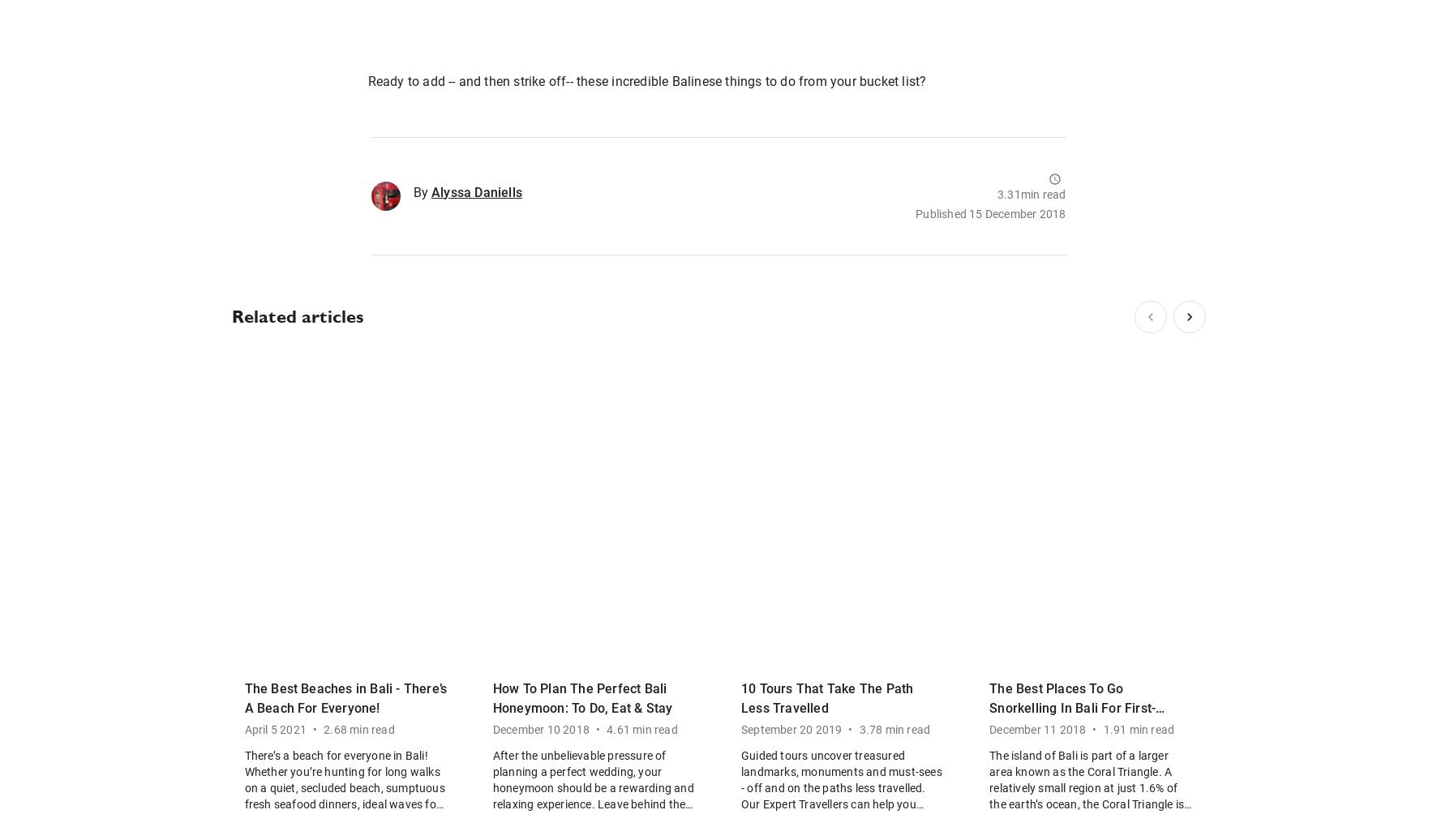 This screenshot has height=840, width=1437. What do you see at coordinates (894, 729) in the screenshot?
I see `'3.78 min read'` at bounding box center [894, 729].